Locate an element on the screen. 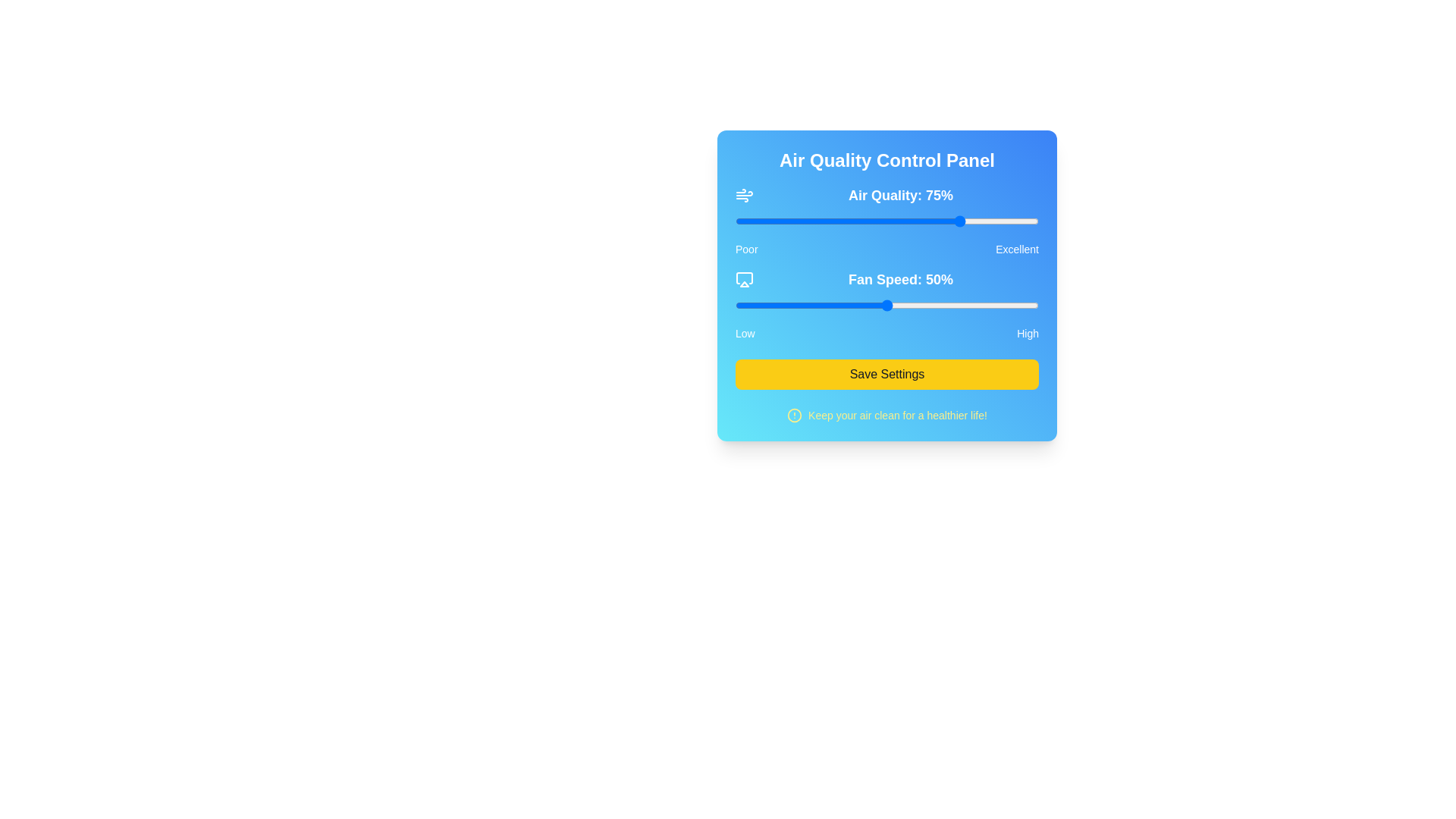  the air or wind icon with a thin outline, which is white against a blue background, located to the left of the 'Air Quality: 75%' text in the Air Quality Control Panel is located at coordinates (745, 195).